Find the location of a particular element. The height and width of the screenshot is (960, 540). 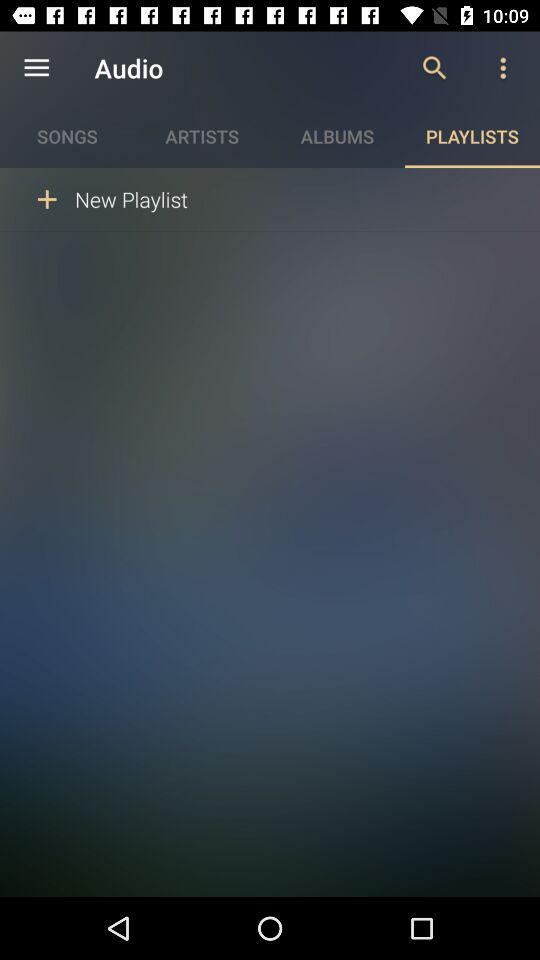

icon above playlists is located at coordinates (502, 68).